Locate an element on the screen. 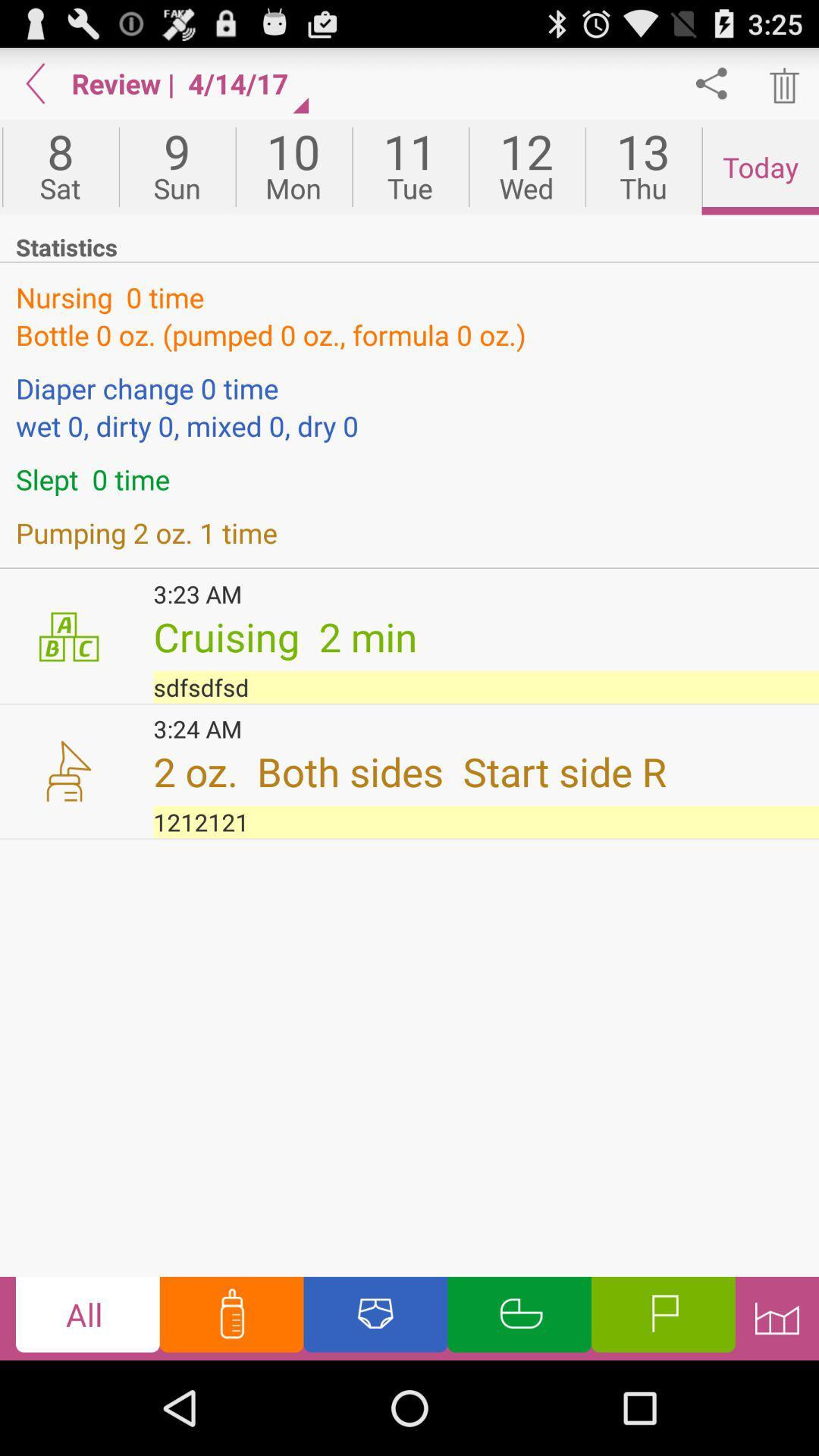  the app next to 12 icon is located at coordinates (643, 167).